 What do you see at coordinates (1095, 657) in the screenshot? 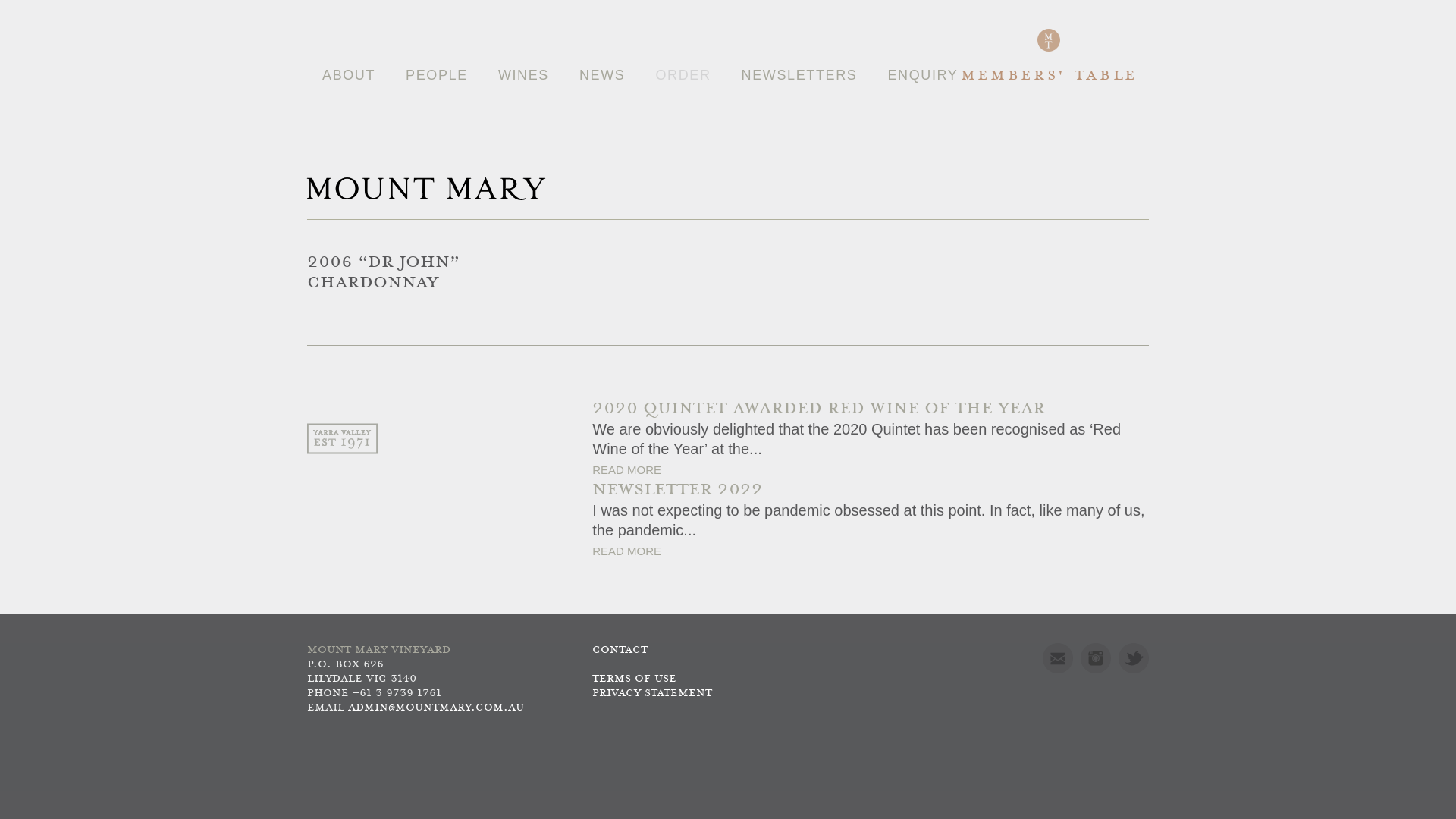
I see `'INSTAGRAM'` at bounding box center [1095, 657].